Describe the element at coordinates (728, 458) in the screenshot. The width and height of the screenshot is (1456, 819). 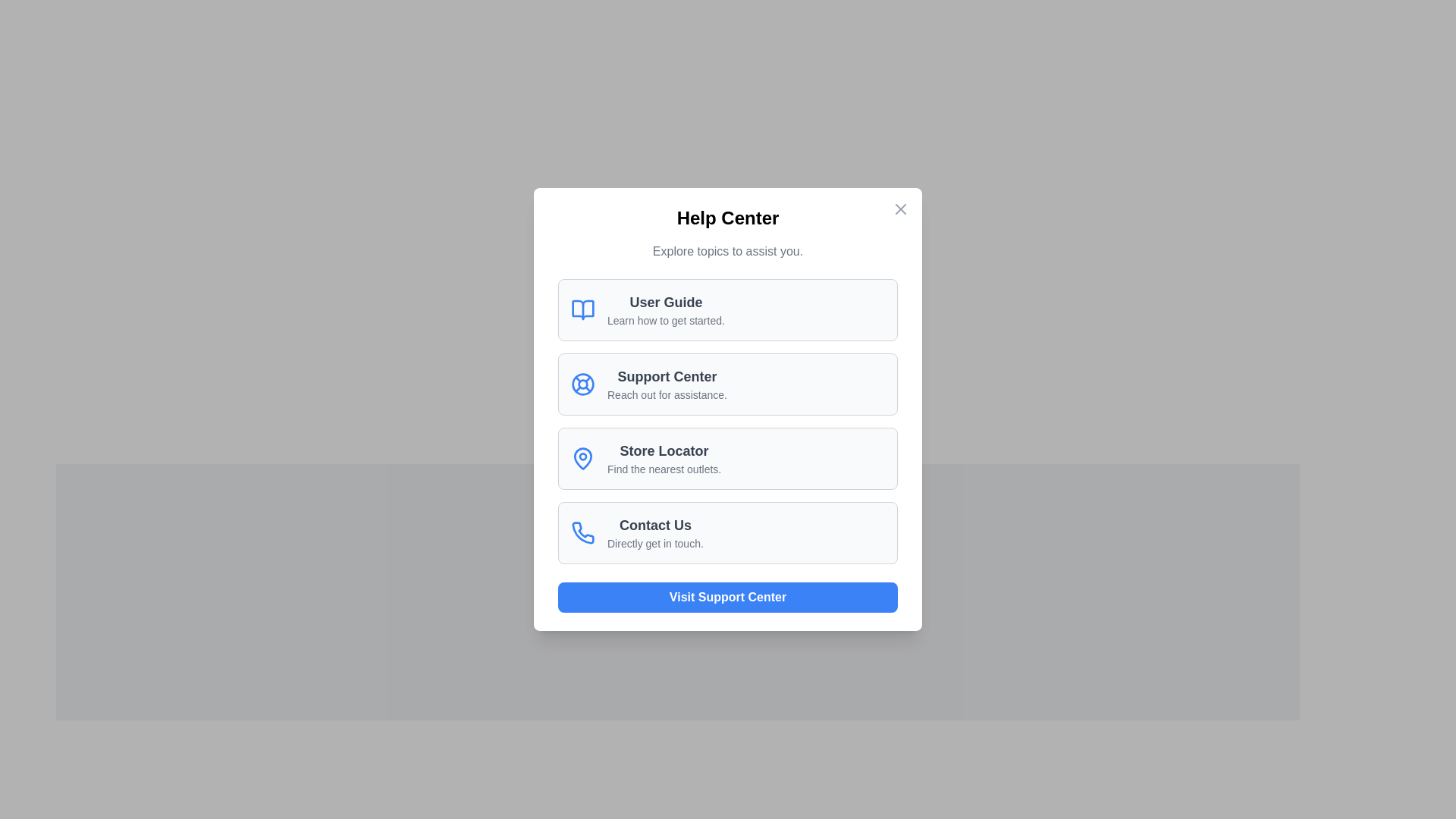
I see `the clickable button styled as a card that allows users to locate nearby stores, positioned third in a vertical list within the 'Help Center' panel` at that location.